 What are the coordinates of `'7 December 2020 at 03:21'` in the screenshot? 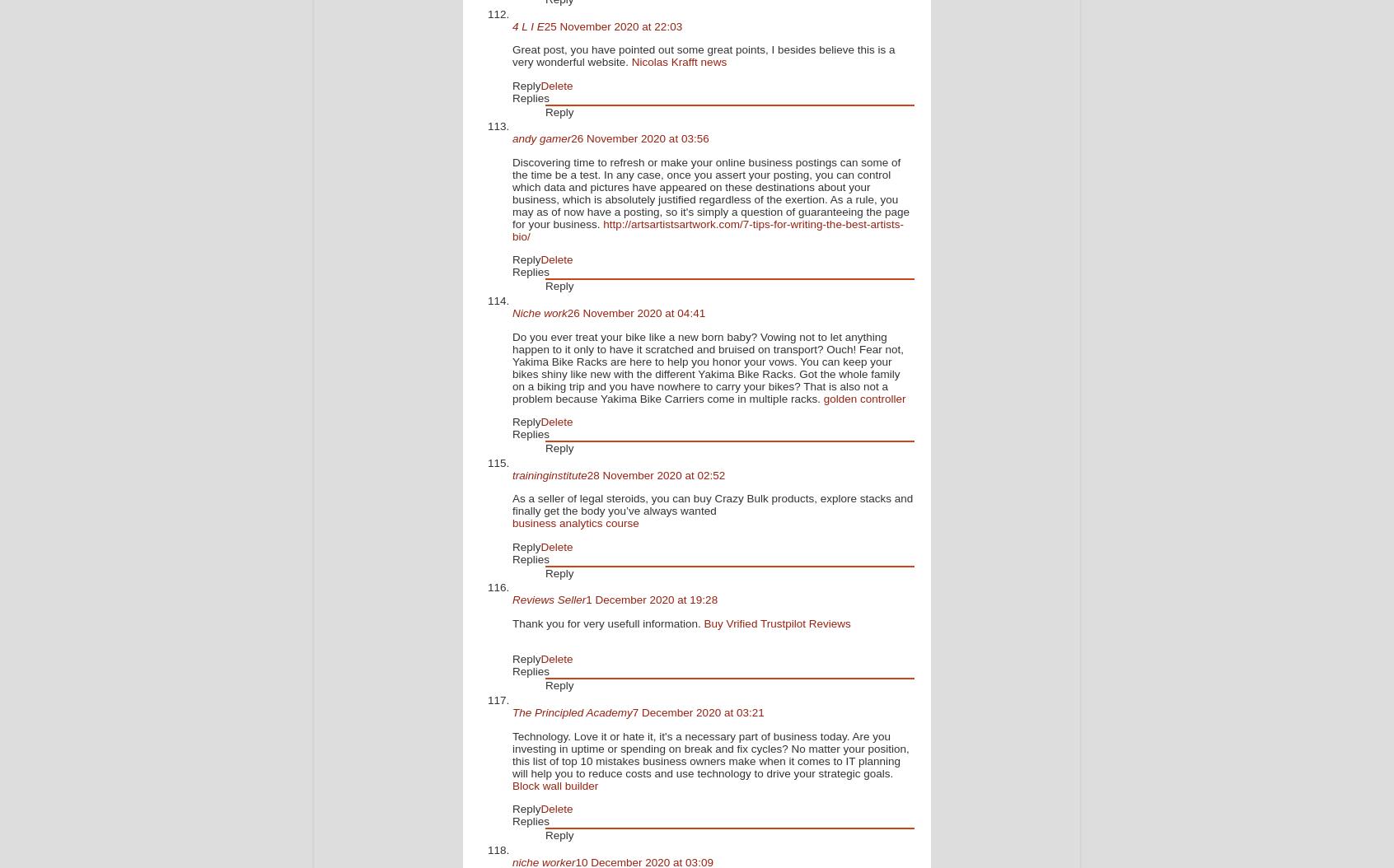 It's located at (697, 712).